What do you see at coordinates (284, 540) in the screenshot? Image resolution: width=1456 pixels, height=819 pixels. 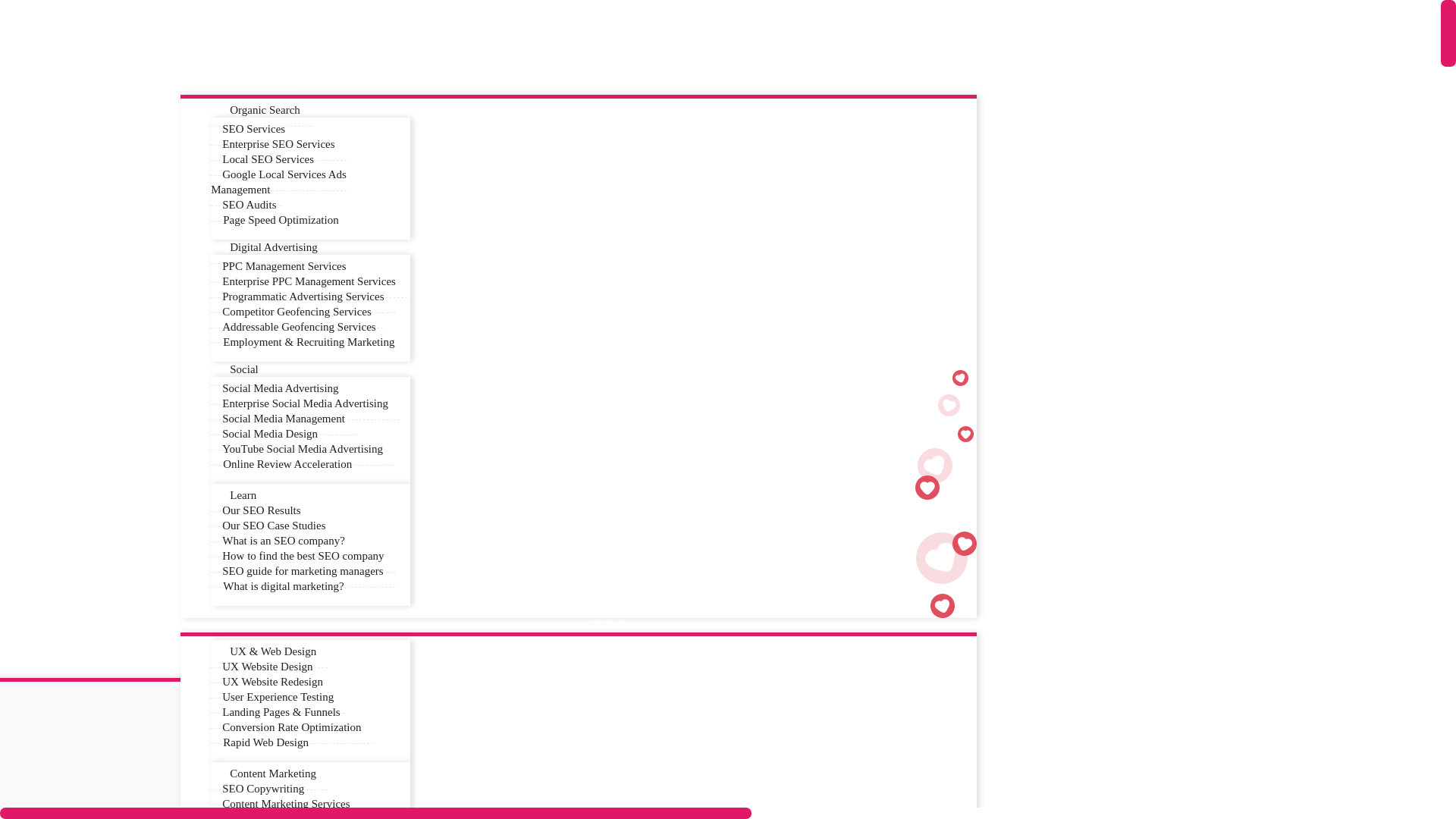 I see `'What is an SEO company?'` at bounding box center [284, 540].